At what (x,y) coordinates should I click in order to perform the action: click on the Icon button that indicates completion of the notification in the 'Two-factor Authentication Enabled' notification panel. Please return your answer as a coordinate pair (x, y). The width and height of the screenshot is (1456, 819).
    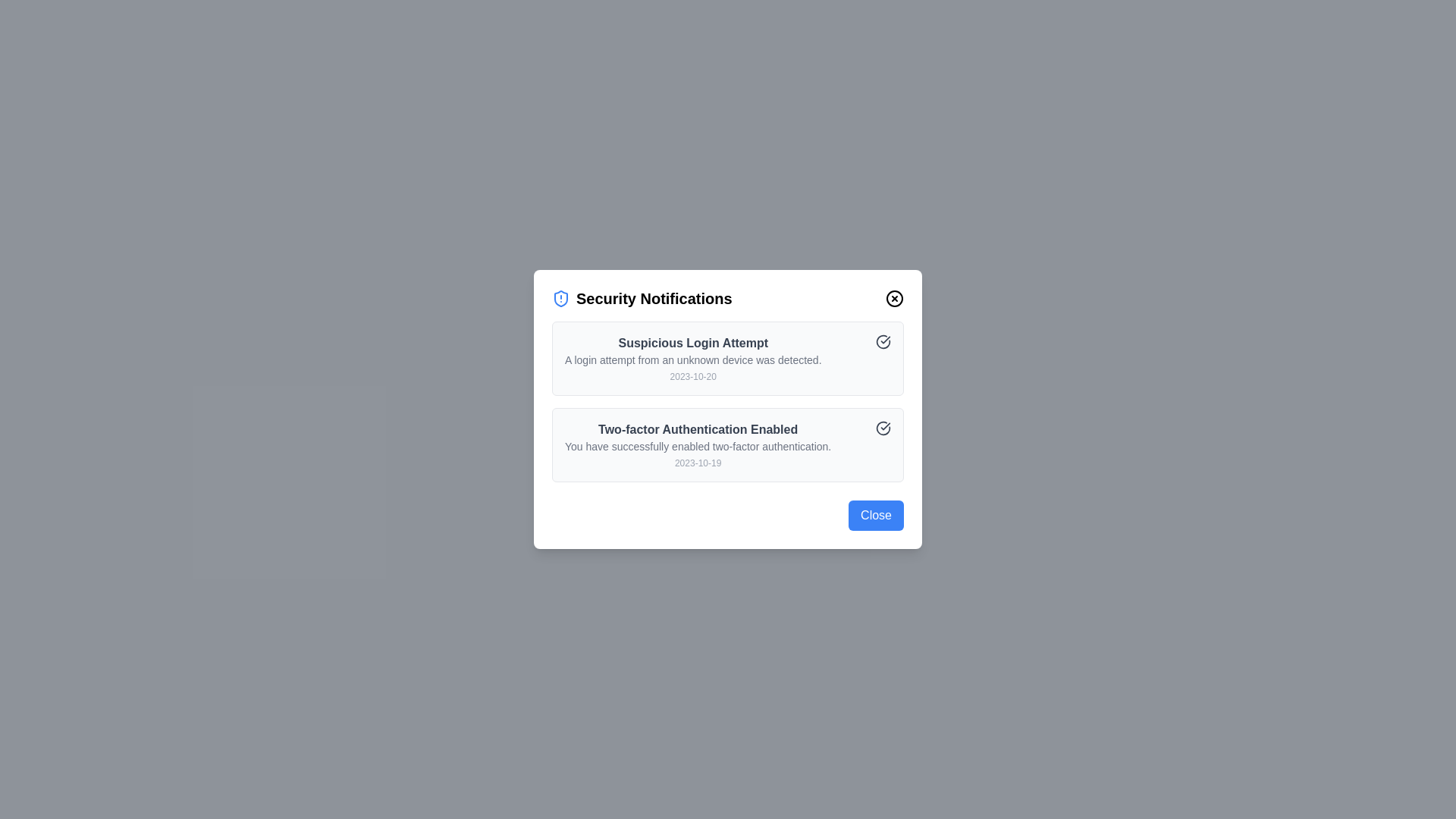
    Looking at the image, I should click on (883, 428).